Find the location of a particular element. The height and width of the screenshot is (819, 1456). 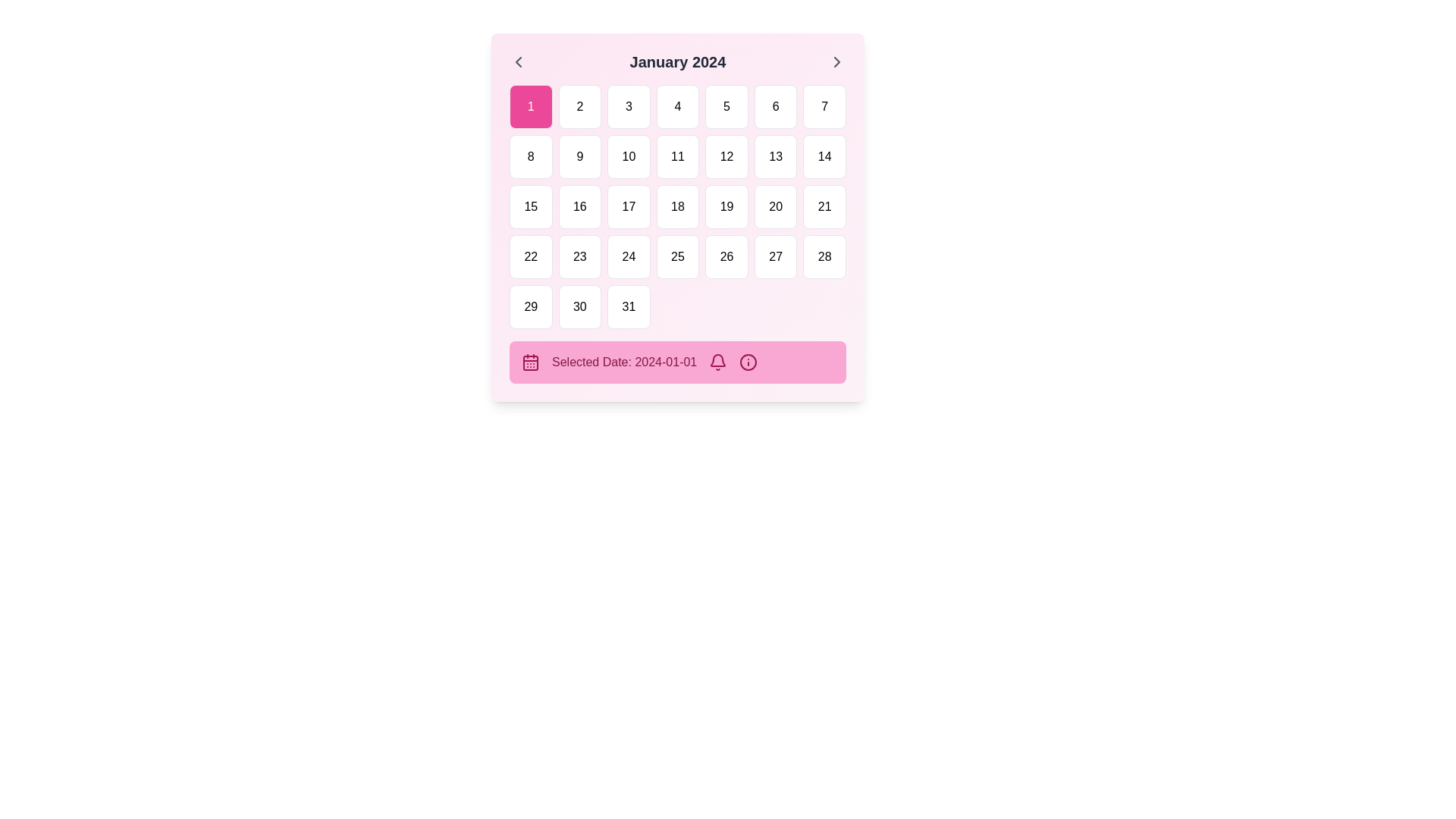

the calendar button representing day 28 for keyboard navigation is located at coordinates (824, 256).